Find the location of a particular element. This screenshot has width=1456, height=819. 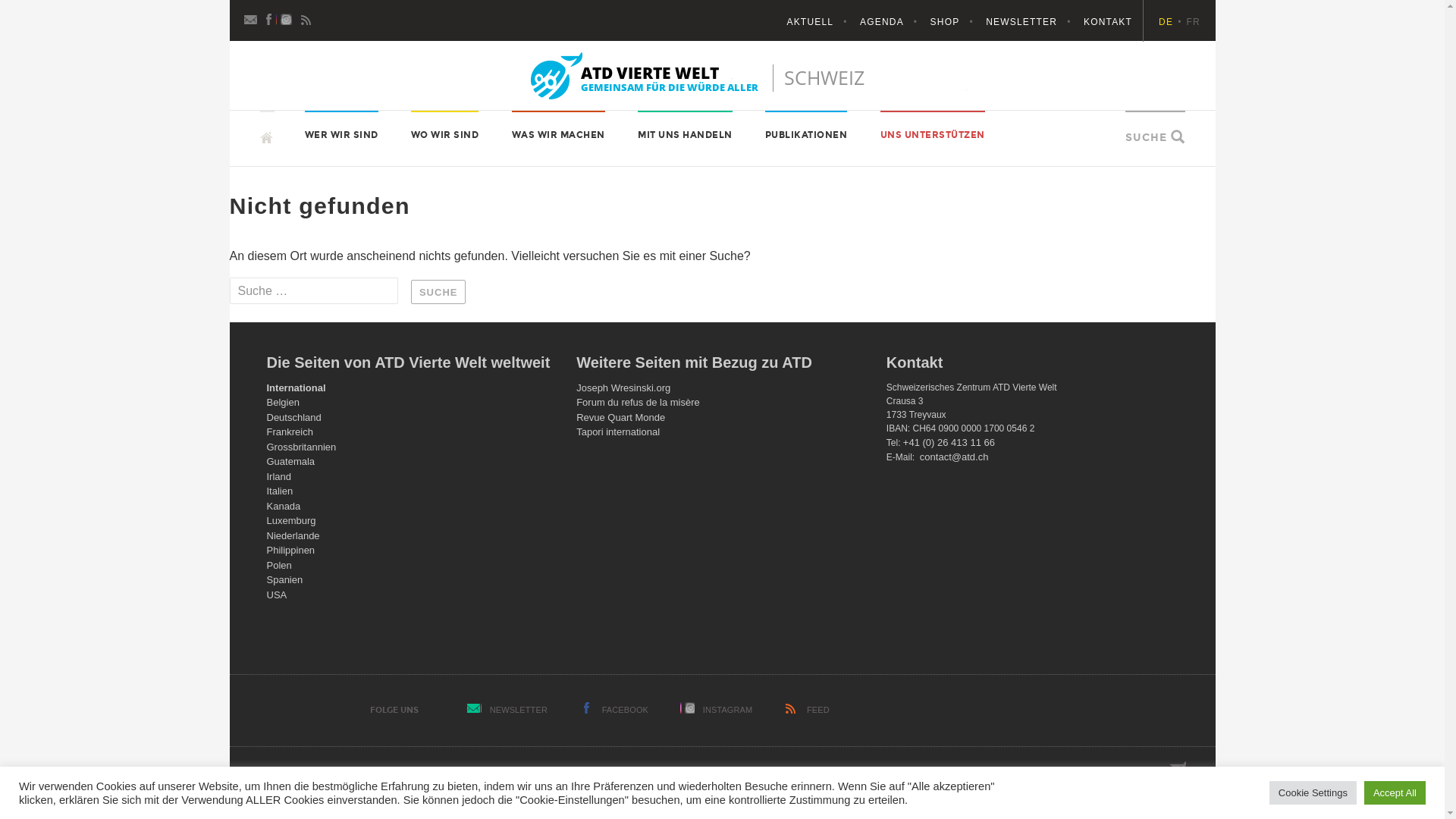

'Spanien' is located at coordinates (284, 579).